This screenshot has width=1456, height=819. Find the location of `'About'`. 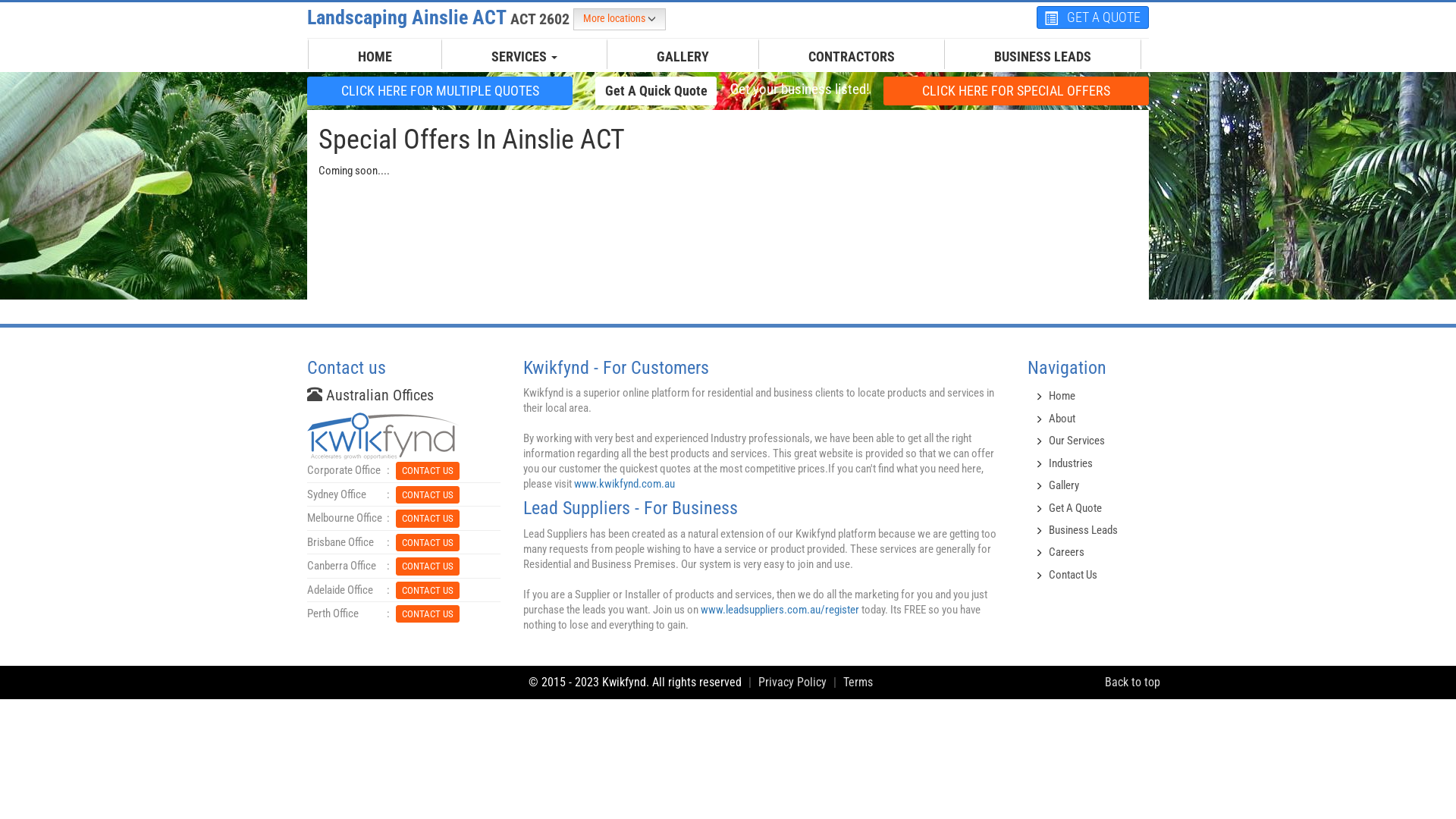

'About' is located at coordinates (1061, 418).